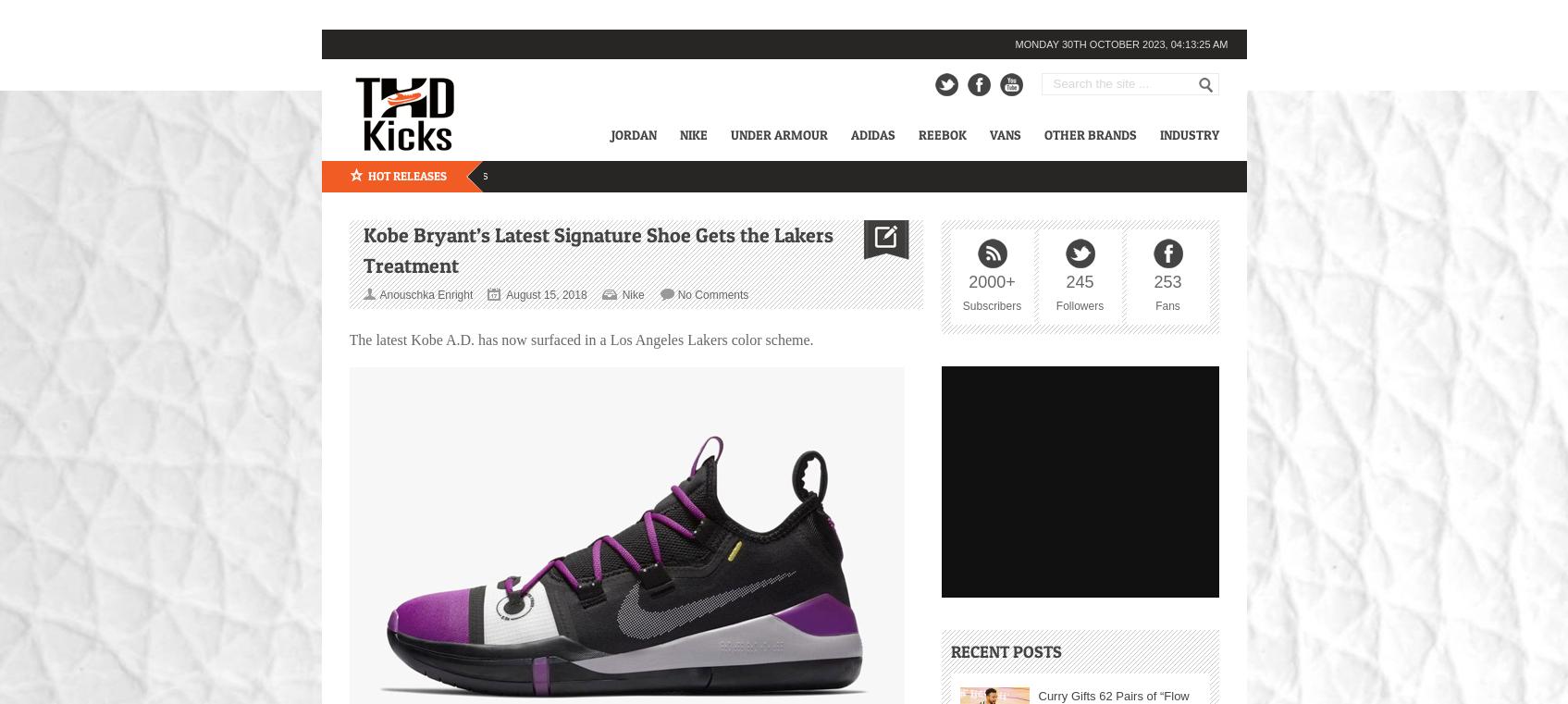 The height and width of the screenshot is (704, 1568). Describe the element at coordinates (1154, 303) in the screenshot. I see `'Fans'` at that location.